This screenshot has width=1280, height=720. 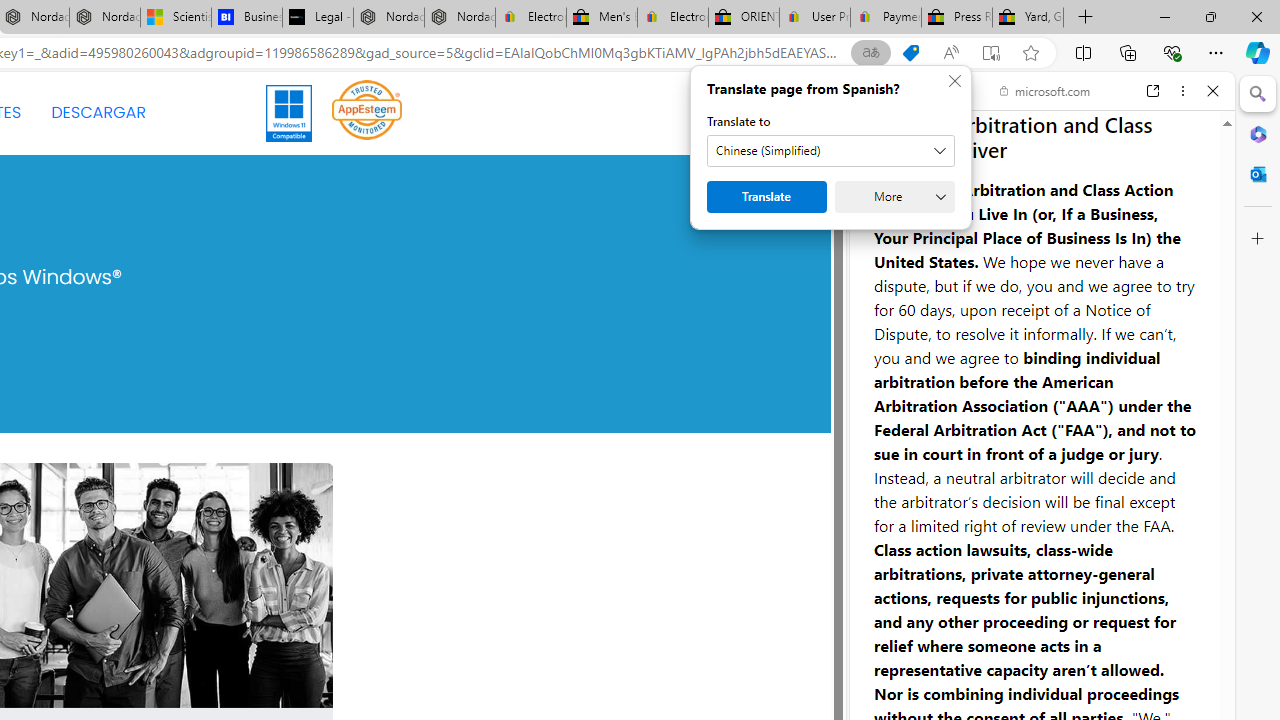 What do you see at coordinates (367, 109) in the screenshot?
I see `'App Esteem'` at bounding box center [367, 109].